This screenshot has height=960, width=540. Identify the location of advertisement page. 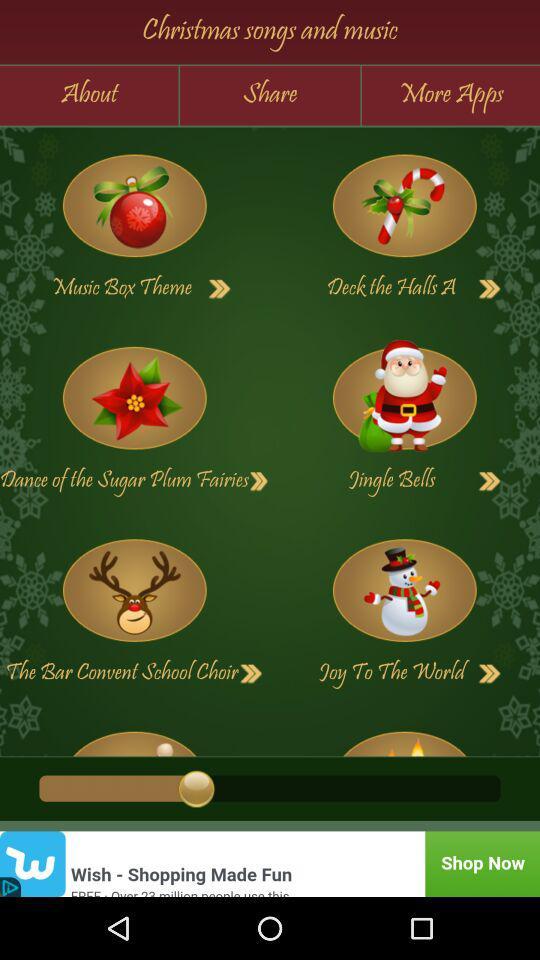
(270, 863).